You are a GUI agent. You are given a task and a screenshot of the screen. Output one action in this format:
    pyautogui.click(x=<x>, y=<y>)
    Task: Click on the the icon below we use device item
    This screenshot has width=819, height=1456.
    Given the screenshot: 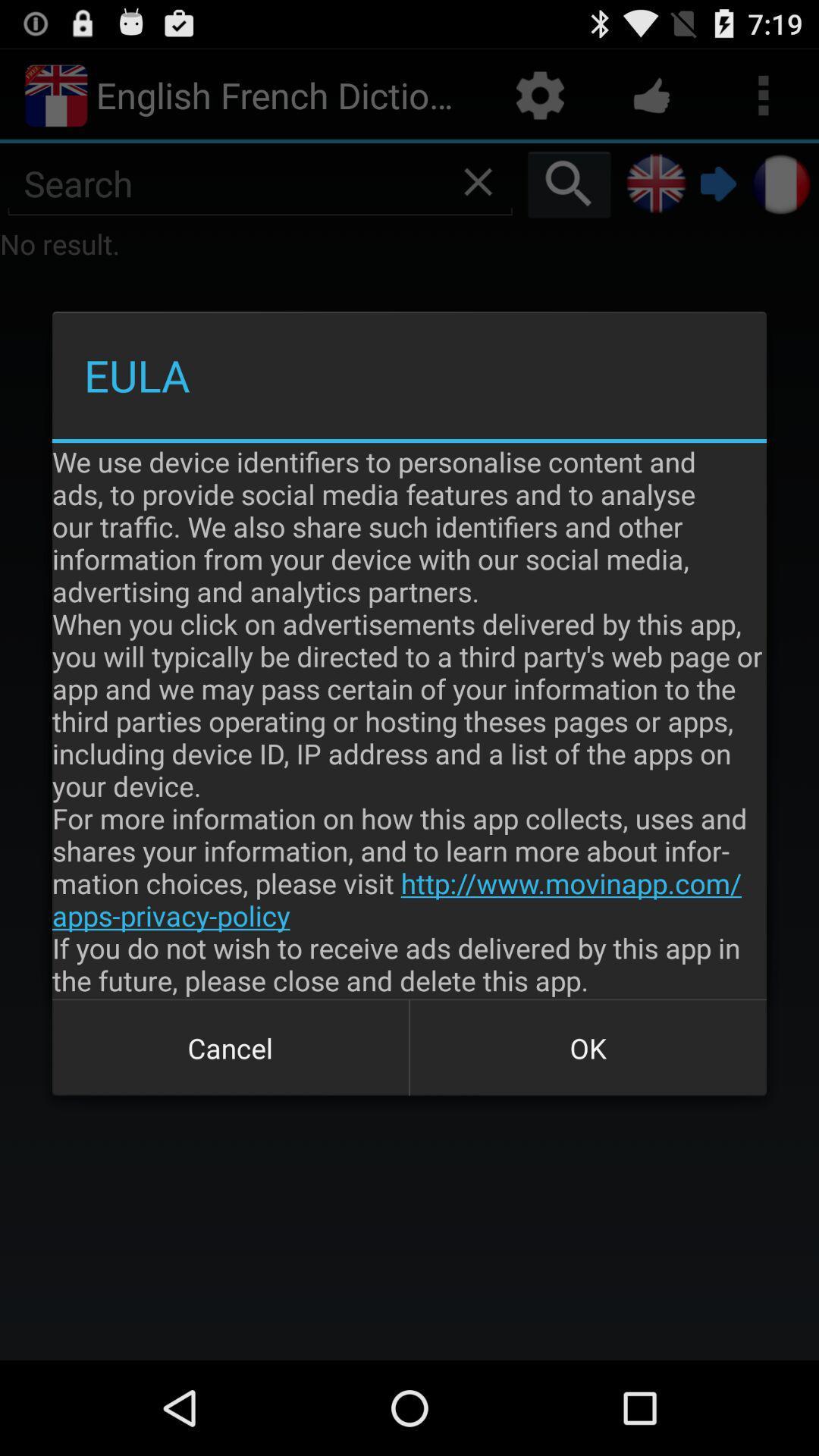 What is the action you would take?
    pyautogui.click(x=587, y=1047)
    